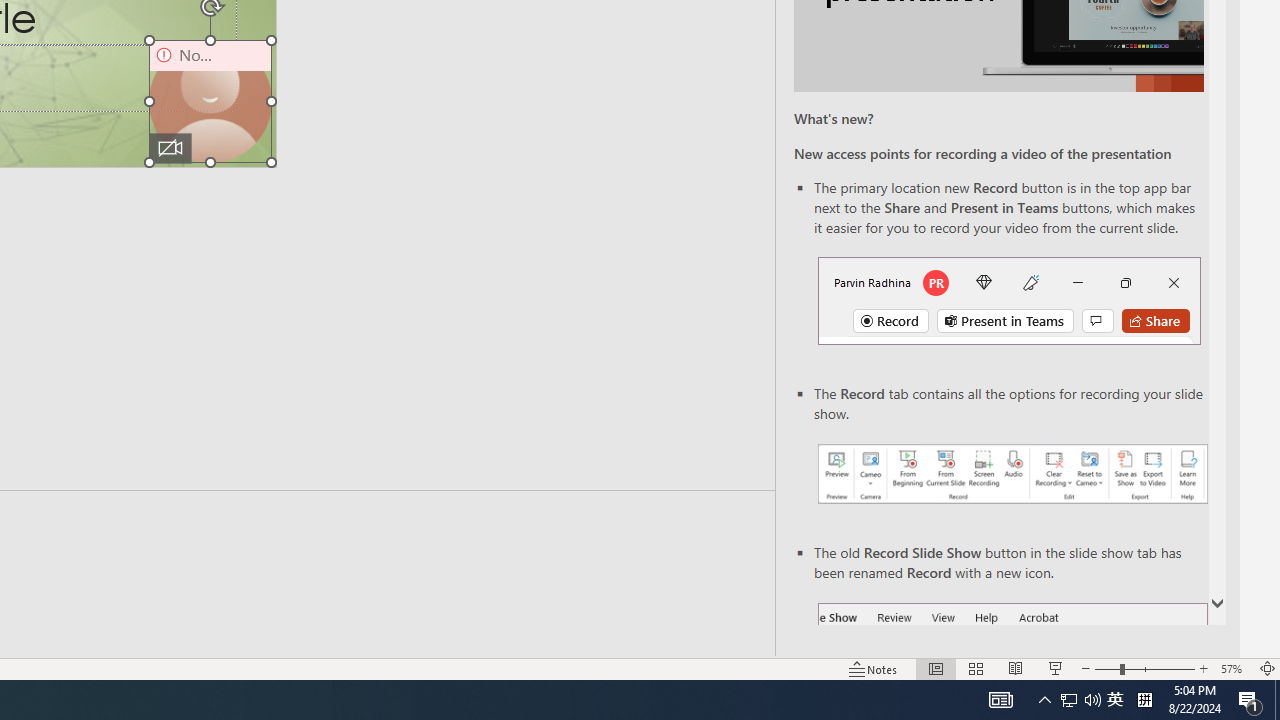  Describe the element at coordinates (1233, 669) in the screenshot. I see `'Zoom 57%'` at that location.